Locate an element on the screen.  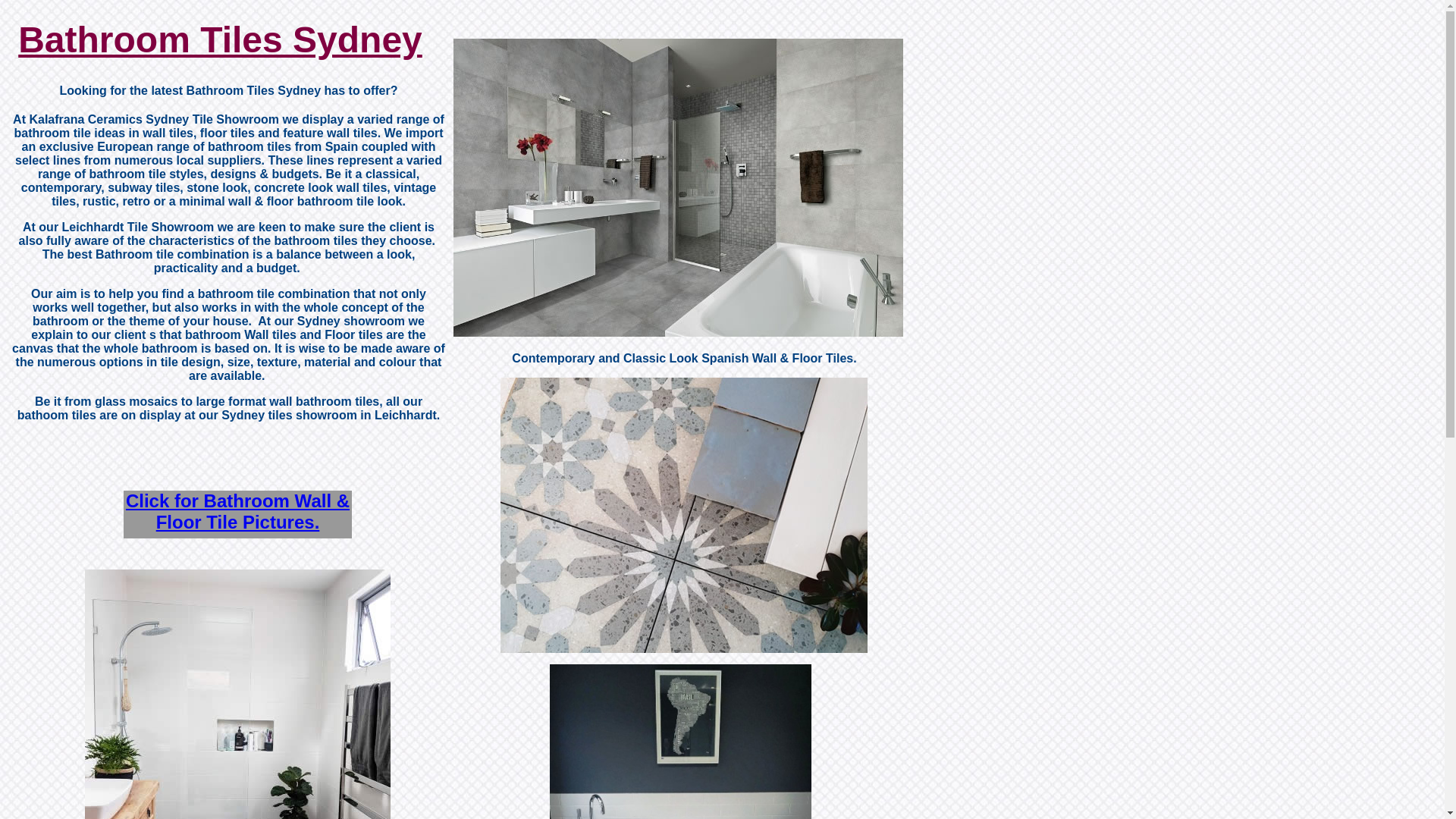
'Click for Bathroom Wall & Floor Tile Pictures.' is located at coordinates (237, 511).